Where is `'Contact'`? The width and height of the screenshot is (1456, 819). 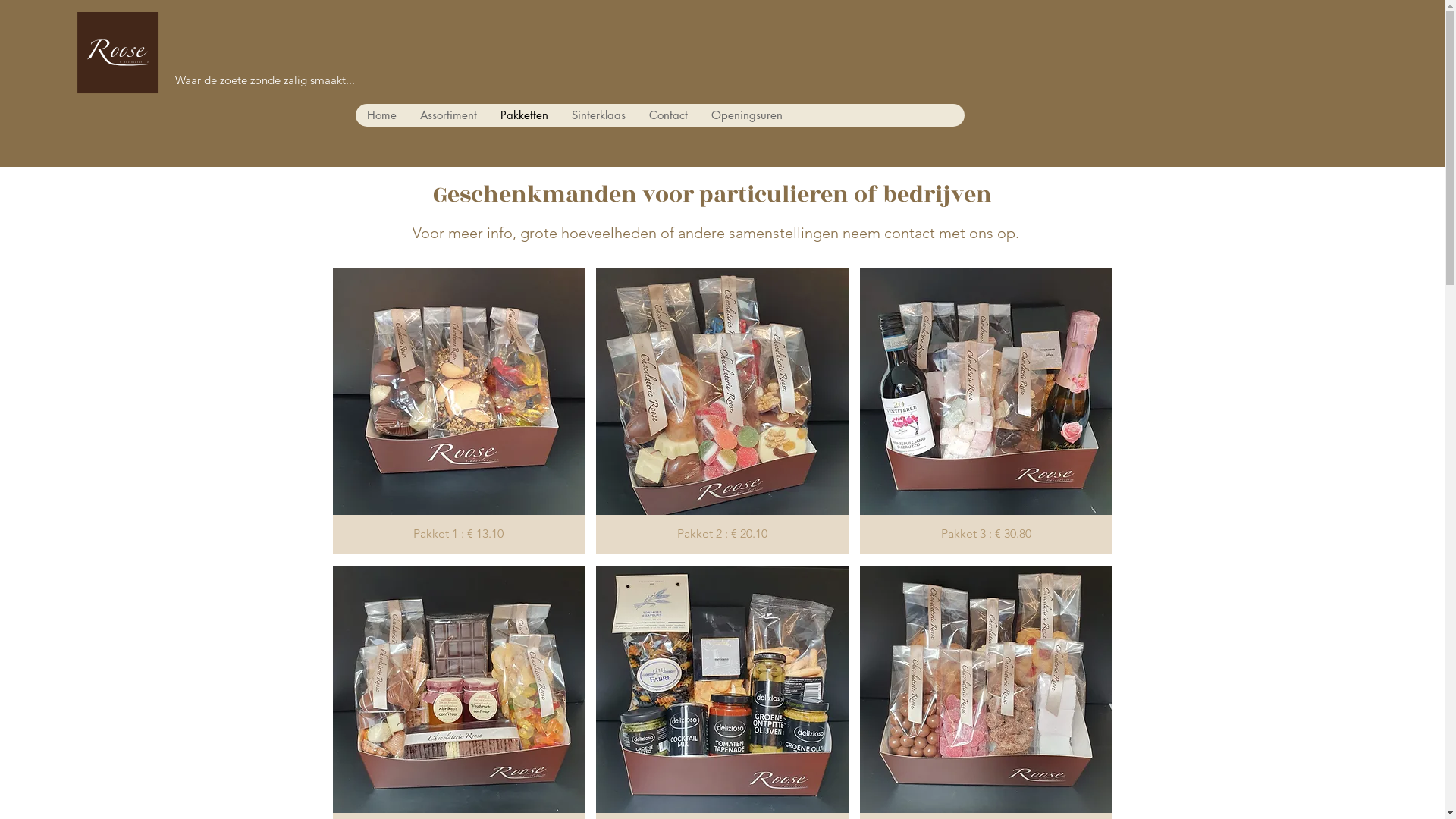
'Contact' is located at coordinates (637, 114).